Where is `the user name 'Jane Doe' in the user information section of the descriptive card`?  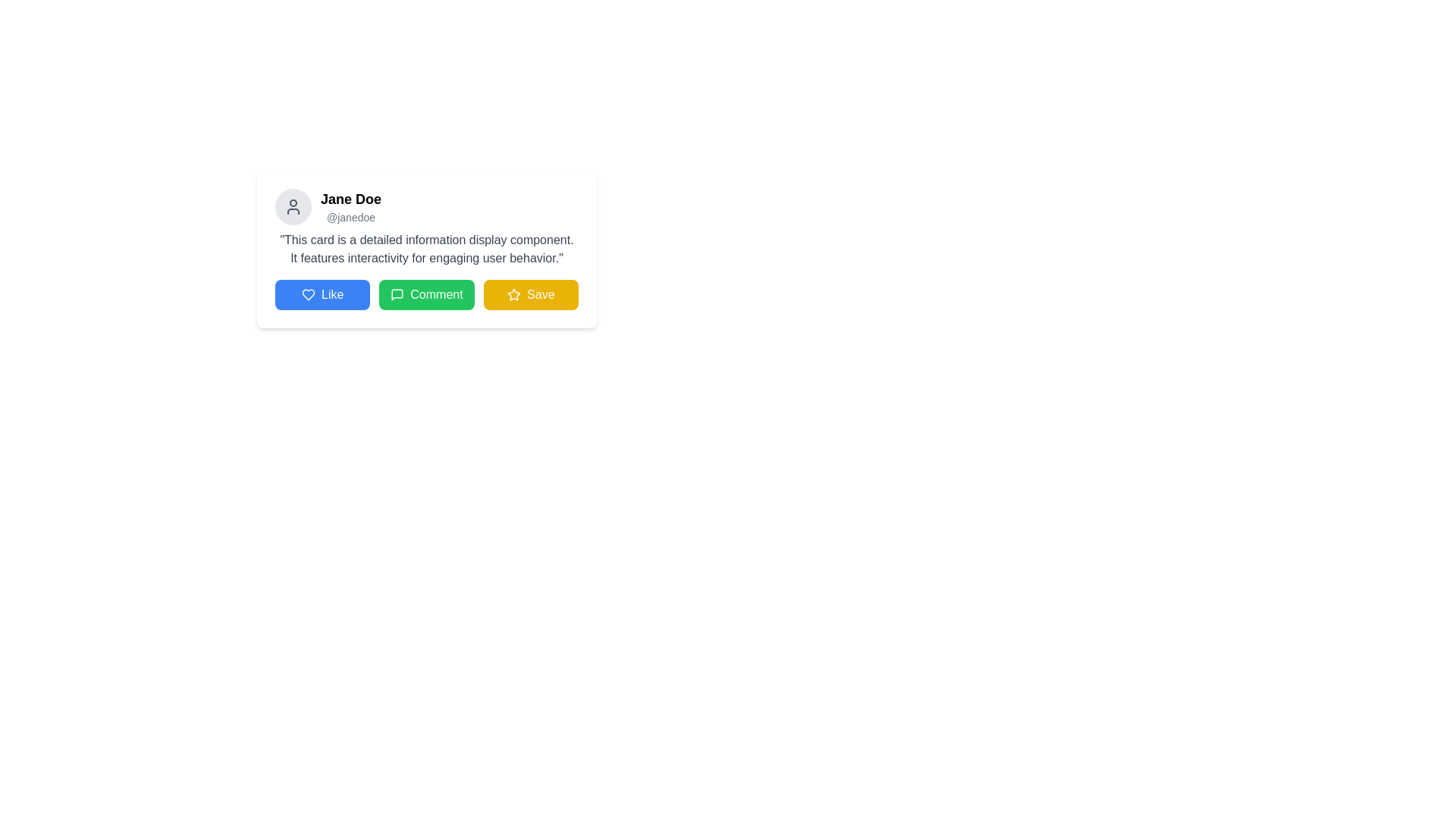
the user name 'Jane Doe' in the user information section of the descriptive card is located at coordinates (425, 227).